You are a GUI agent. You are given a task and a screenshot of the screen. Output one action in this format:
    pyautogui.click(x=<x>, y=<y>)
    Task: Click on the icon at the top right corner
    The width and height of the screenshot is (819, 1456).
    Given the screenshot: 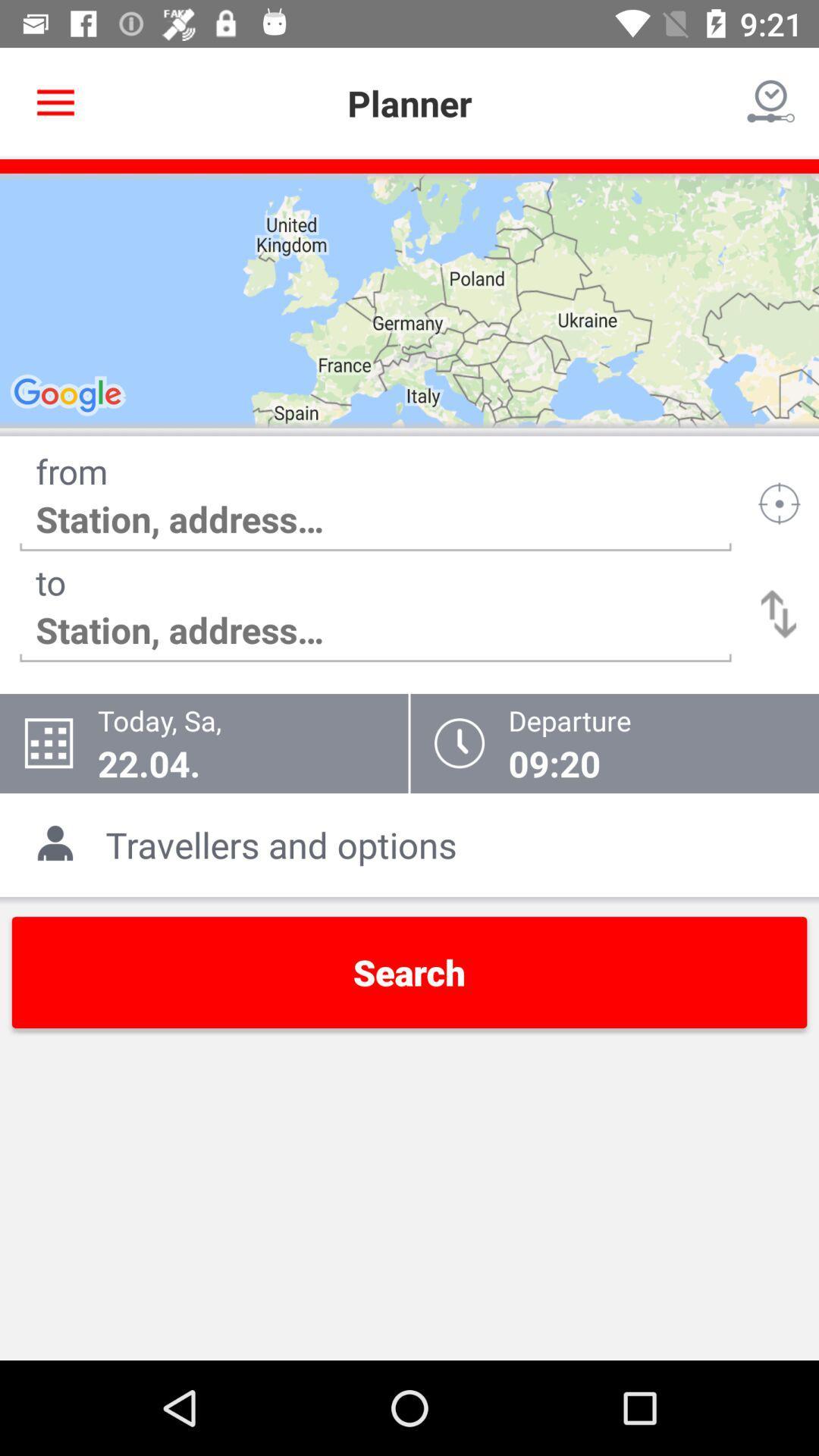 What is the action you would take?
    pyautogui.click(x=771, y=103)
    